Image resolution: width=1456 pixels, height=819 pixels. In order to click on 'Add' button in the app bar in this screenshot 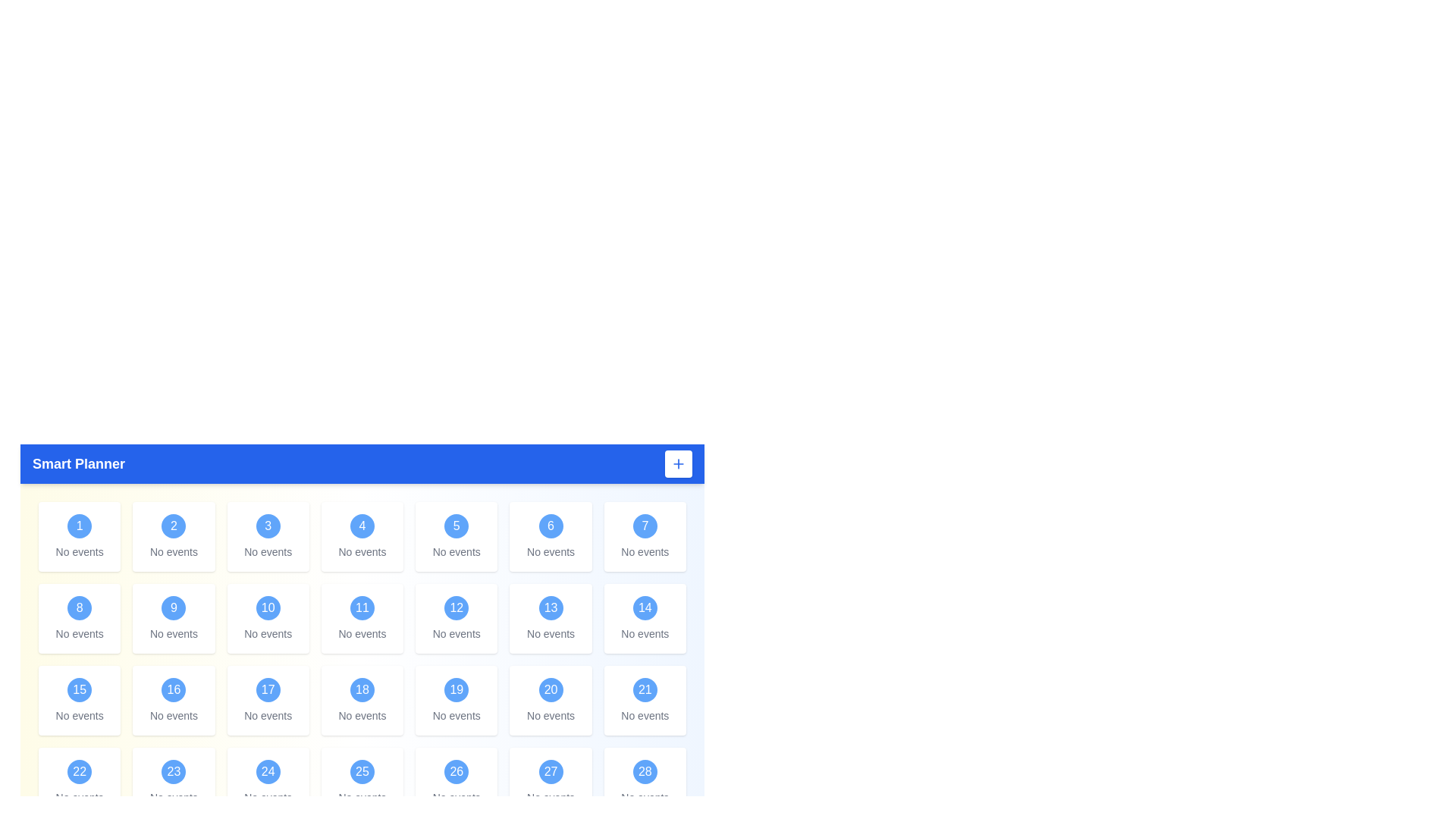, I will do `click(677, 463)`.